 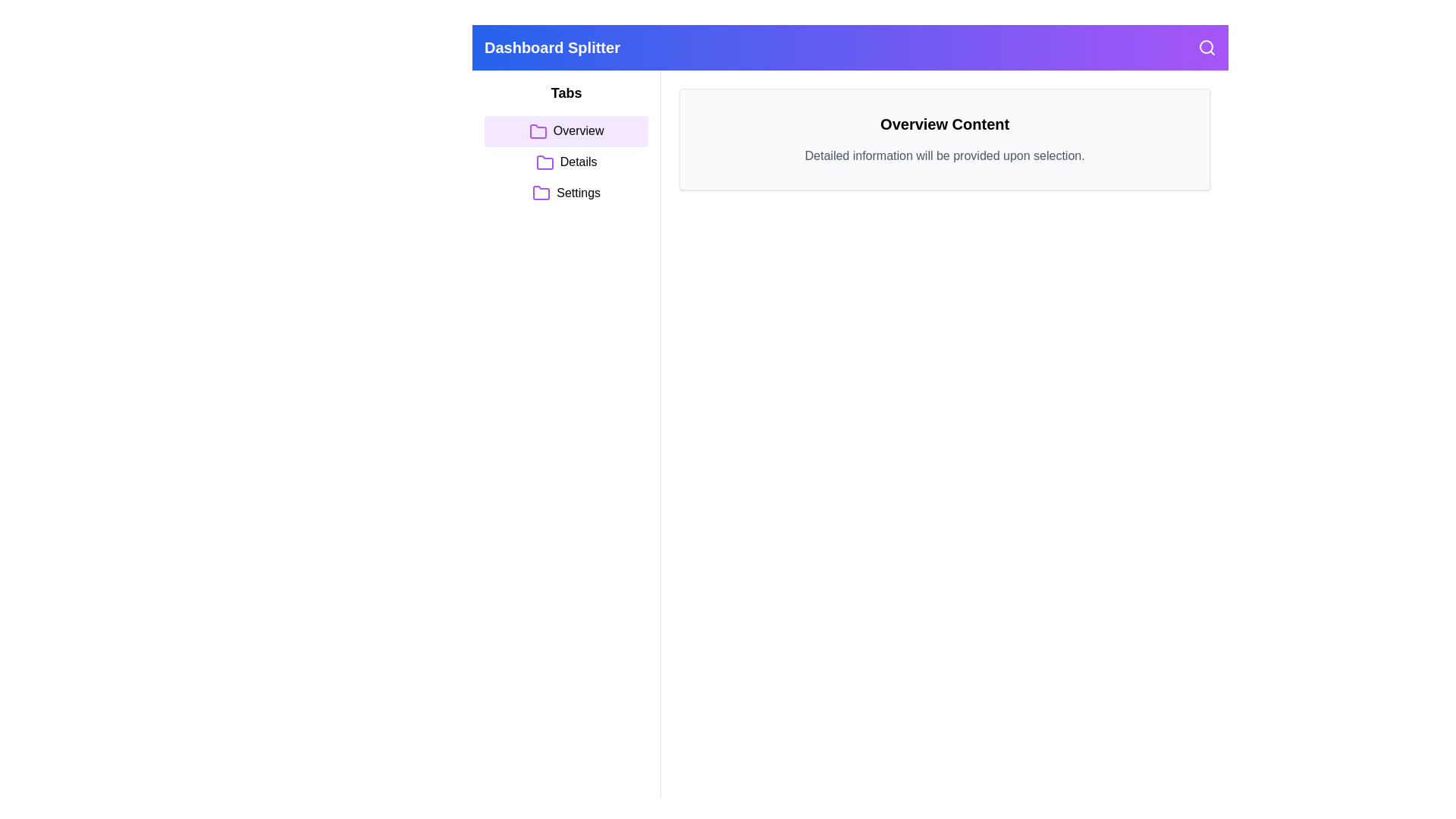 I want to click on the 'Details' folder icon located in the vertical navigation menu on the left side of the interface, which is positioned second from the top, so click(x=544, y=162).